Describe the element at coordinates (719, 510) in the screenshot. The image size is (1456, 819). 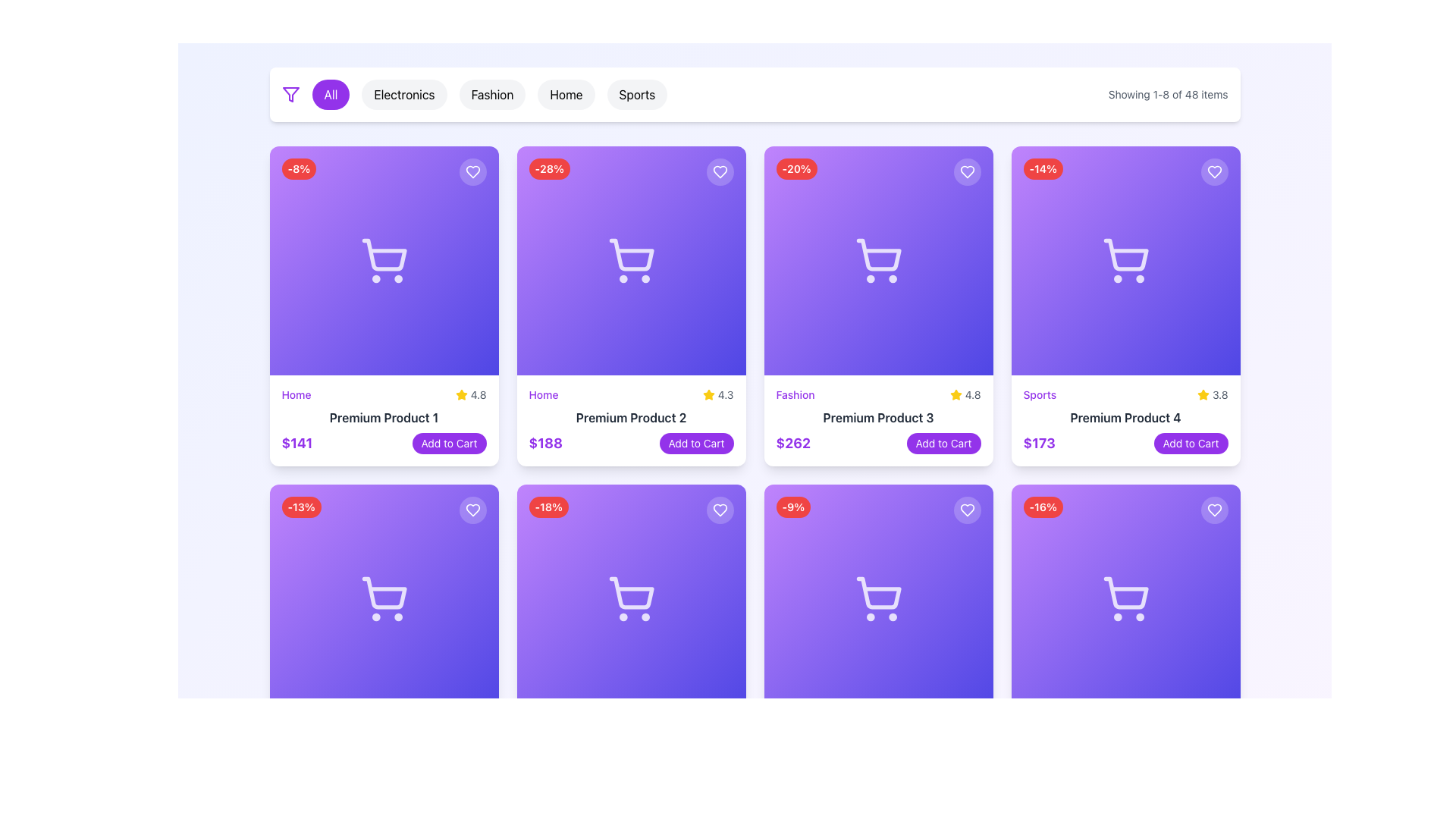
I see `the favorite indicator button located in the top-right corner of the card component featuring a shopping cart icon and a discount label ('-18%')` at that location.